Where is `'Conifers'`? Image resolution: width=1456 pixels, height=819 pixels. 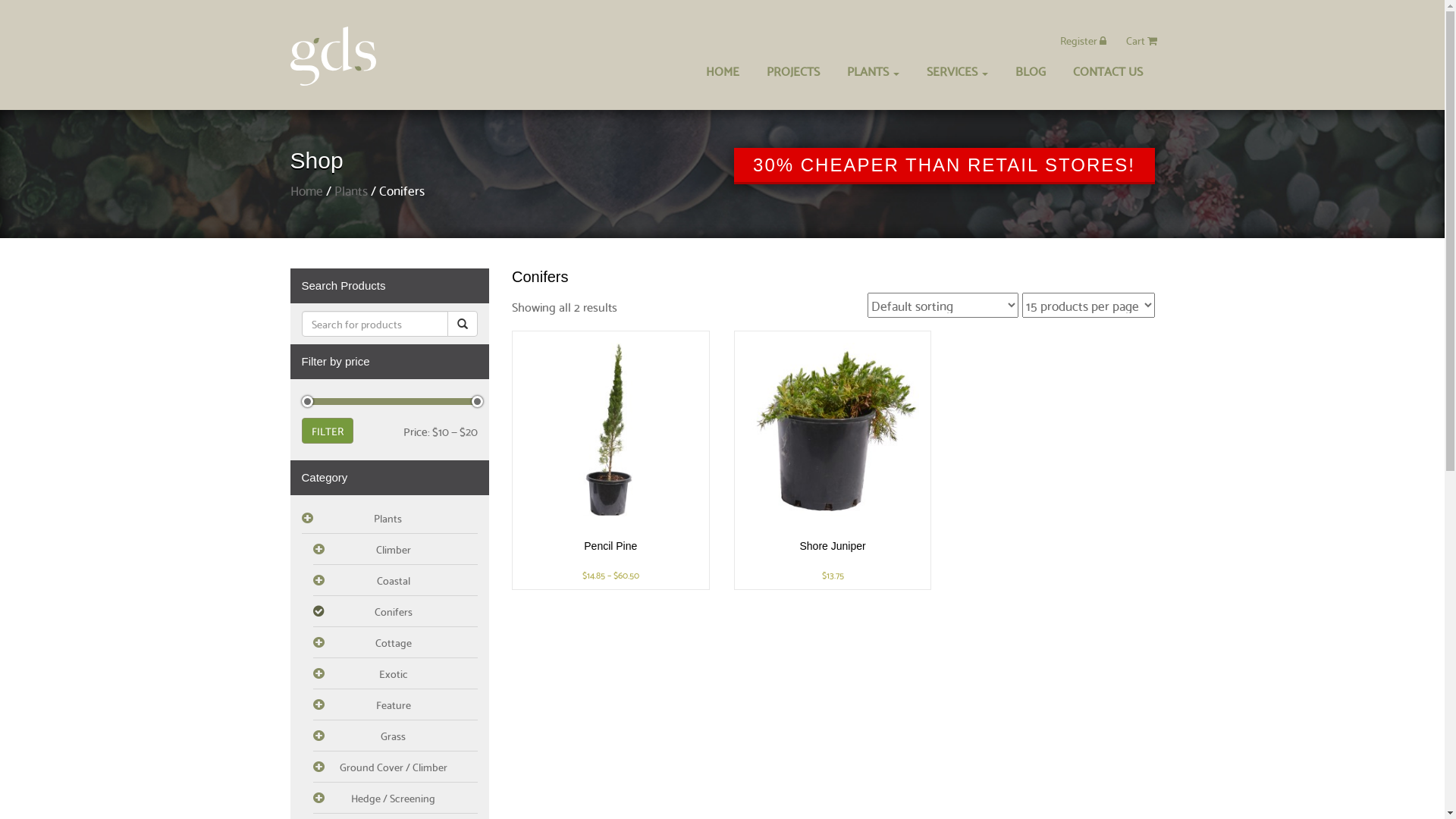
'Conifers' is located at coordinates (395, 610).